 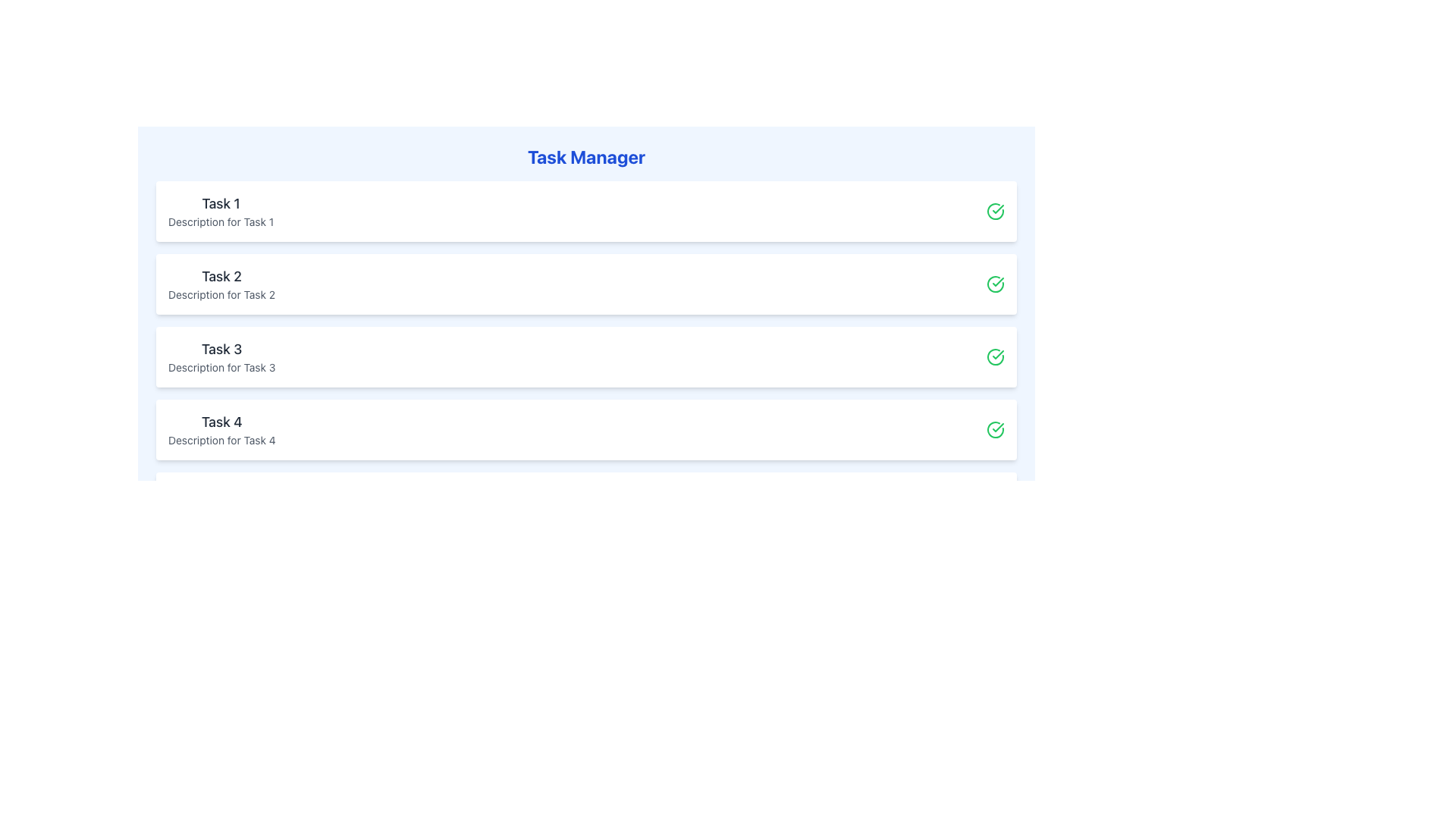 I want to click on text from the text label displaying 'Task 1' located at the top-left corner of the first task card, so click(x=220, y=203).